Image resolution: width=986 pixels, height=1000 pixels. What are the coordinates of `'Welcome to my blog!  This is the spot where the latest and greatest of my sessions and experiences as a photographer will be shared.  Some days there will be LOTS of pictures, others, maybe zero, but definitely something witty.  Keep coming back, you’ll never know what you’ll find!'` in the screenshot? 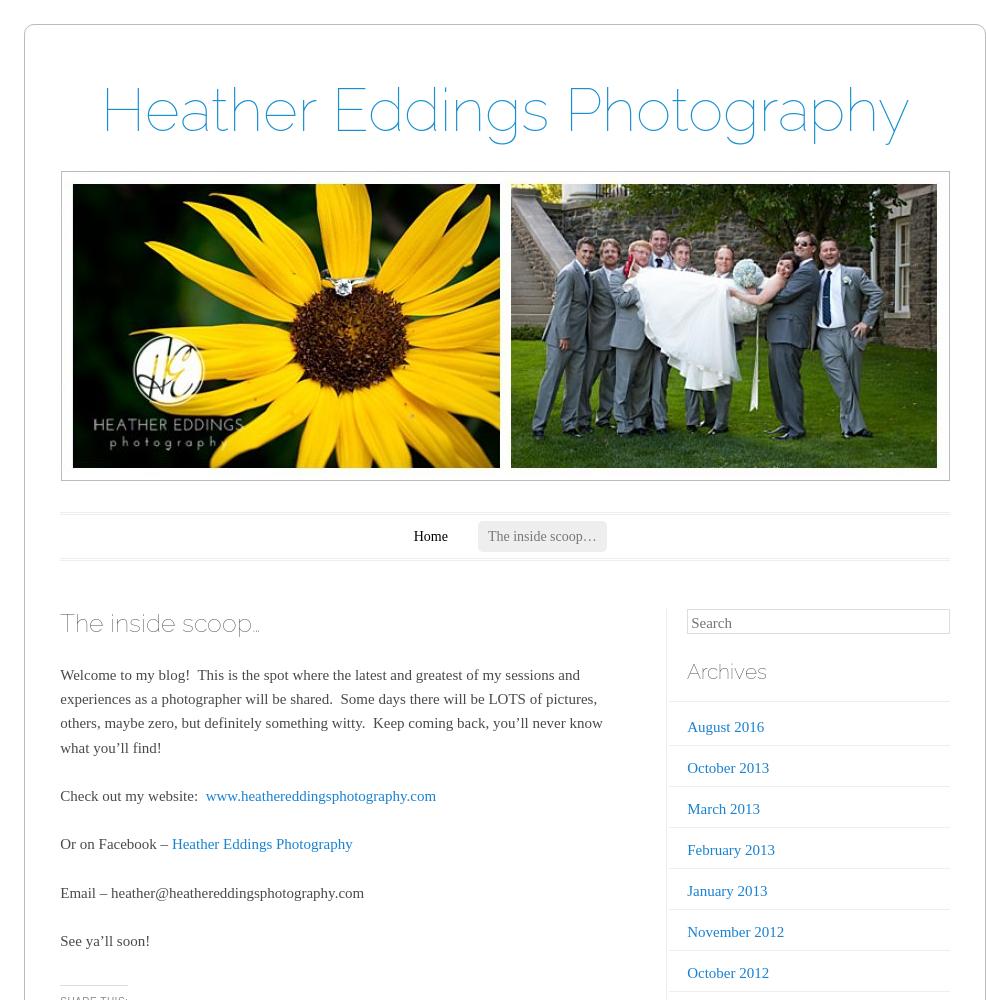 It's located at (330, 709).